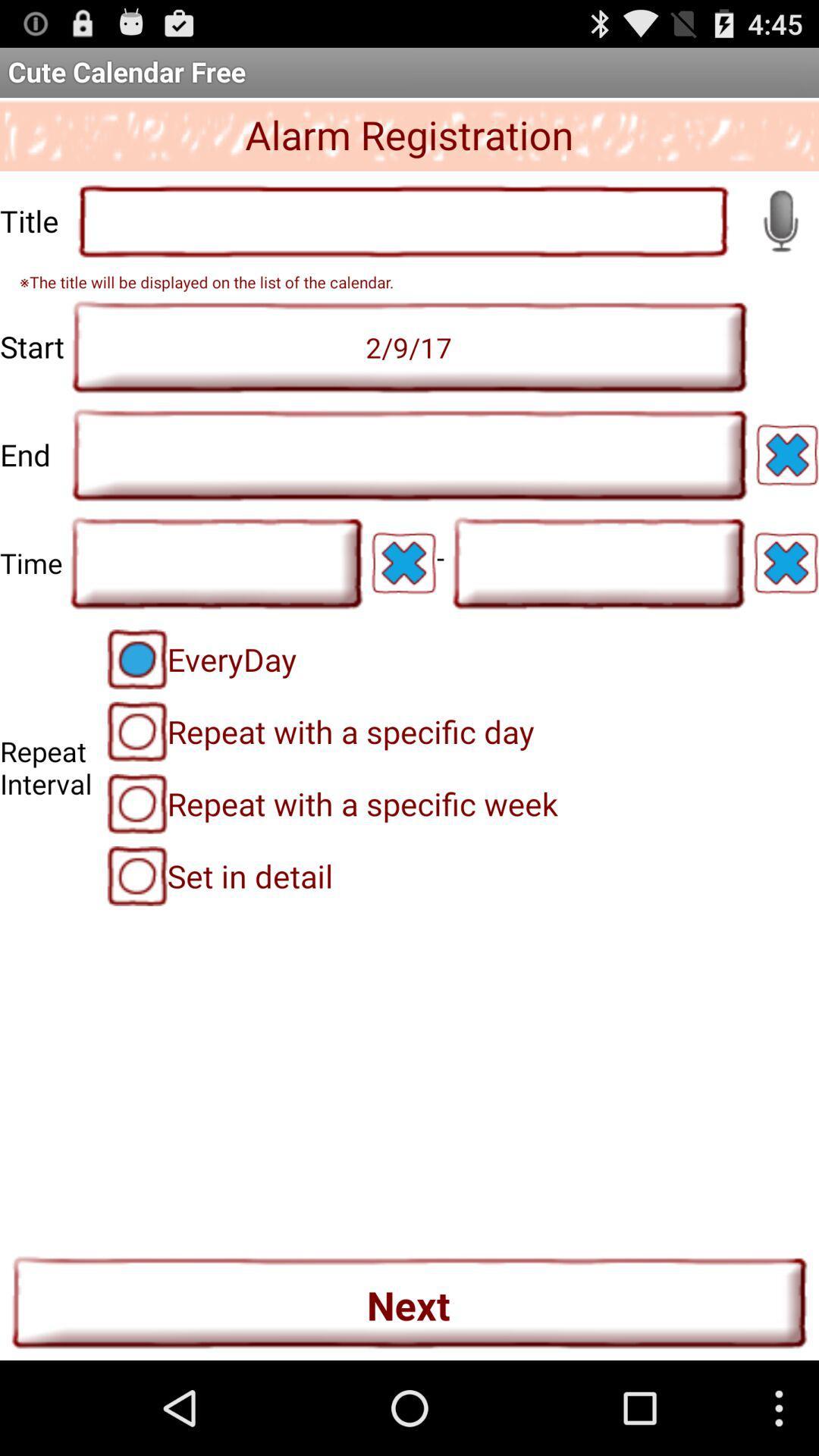 The width and height of the screenshot is (819, 1456). What do you see at coordinates (785, 562) in the screenshot?
I see `clear this item` at bounding box center [785, 562].